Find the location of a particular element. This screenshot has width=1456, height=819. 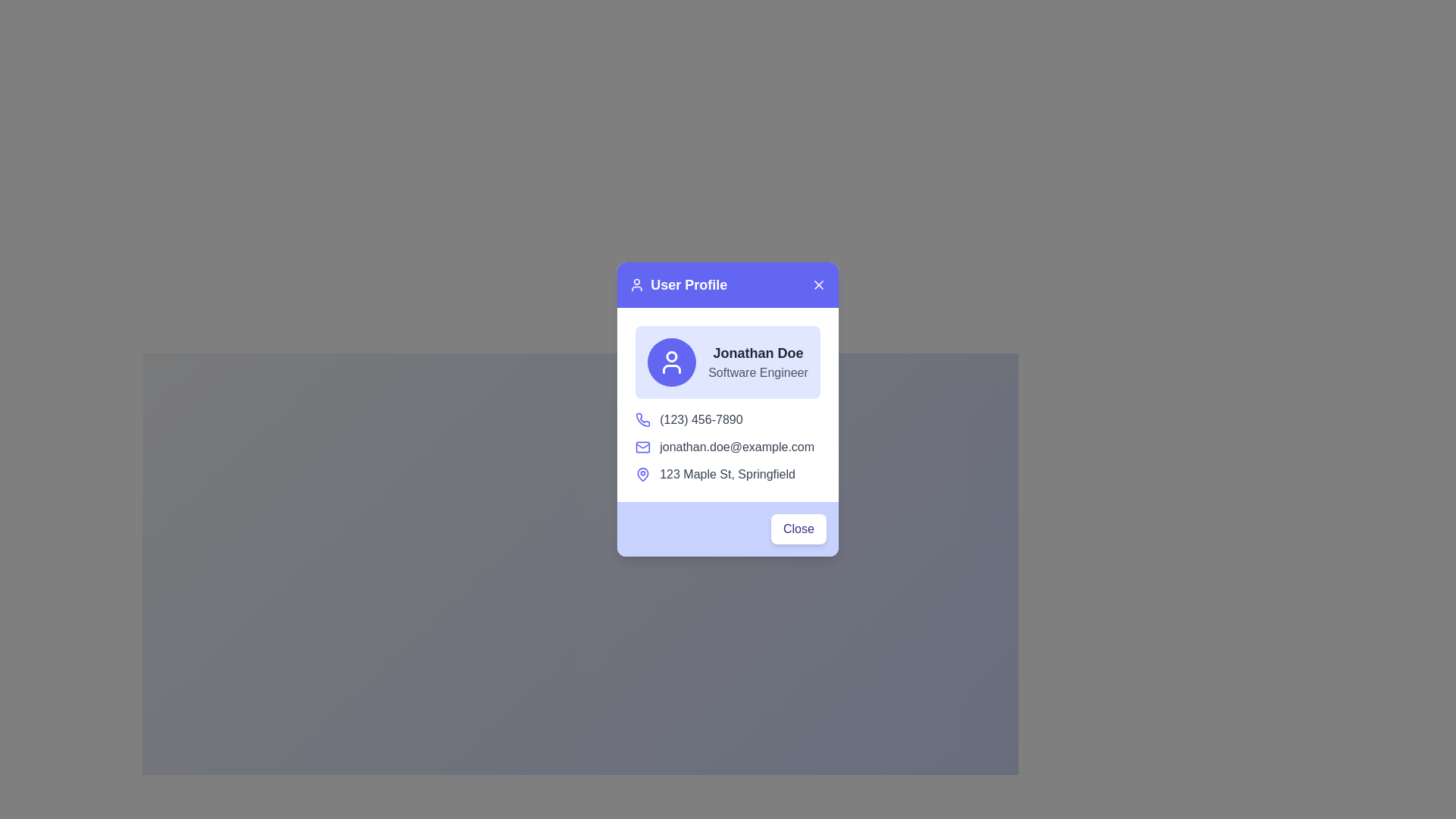

the indigo pin icon representing a location, located at the bottom left of the dialog box within the profile card is located at coordinates (643, 473).